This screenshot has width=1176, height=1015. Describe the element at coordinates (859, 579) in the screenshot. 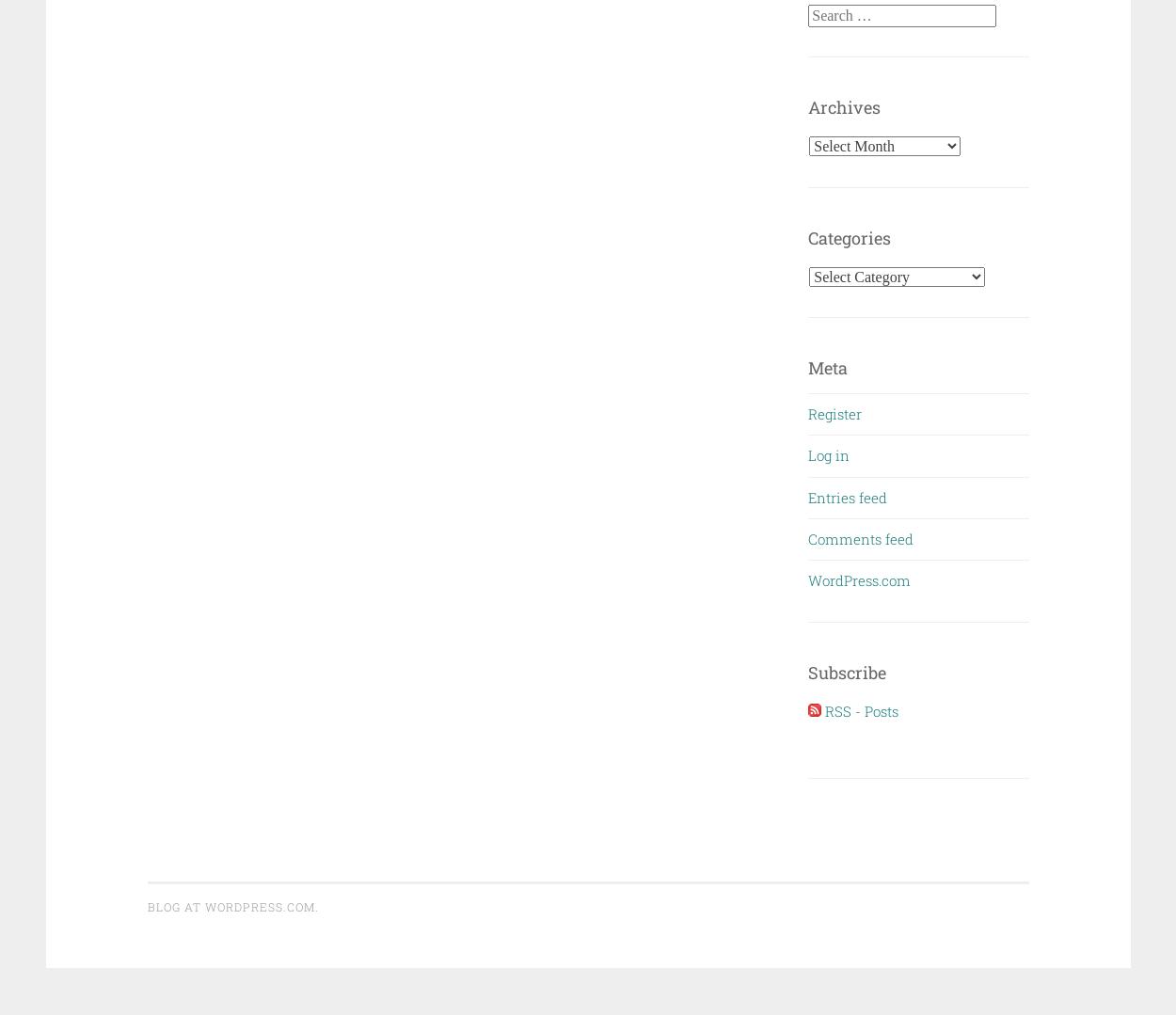

I see `'WordPress.com'` at that location.